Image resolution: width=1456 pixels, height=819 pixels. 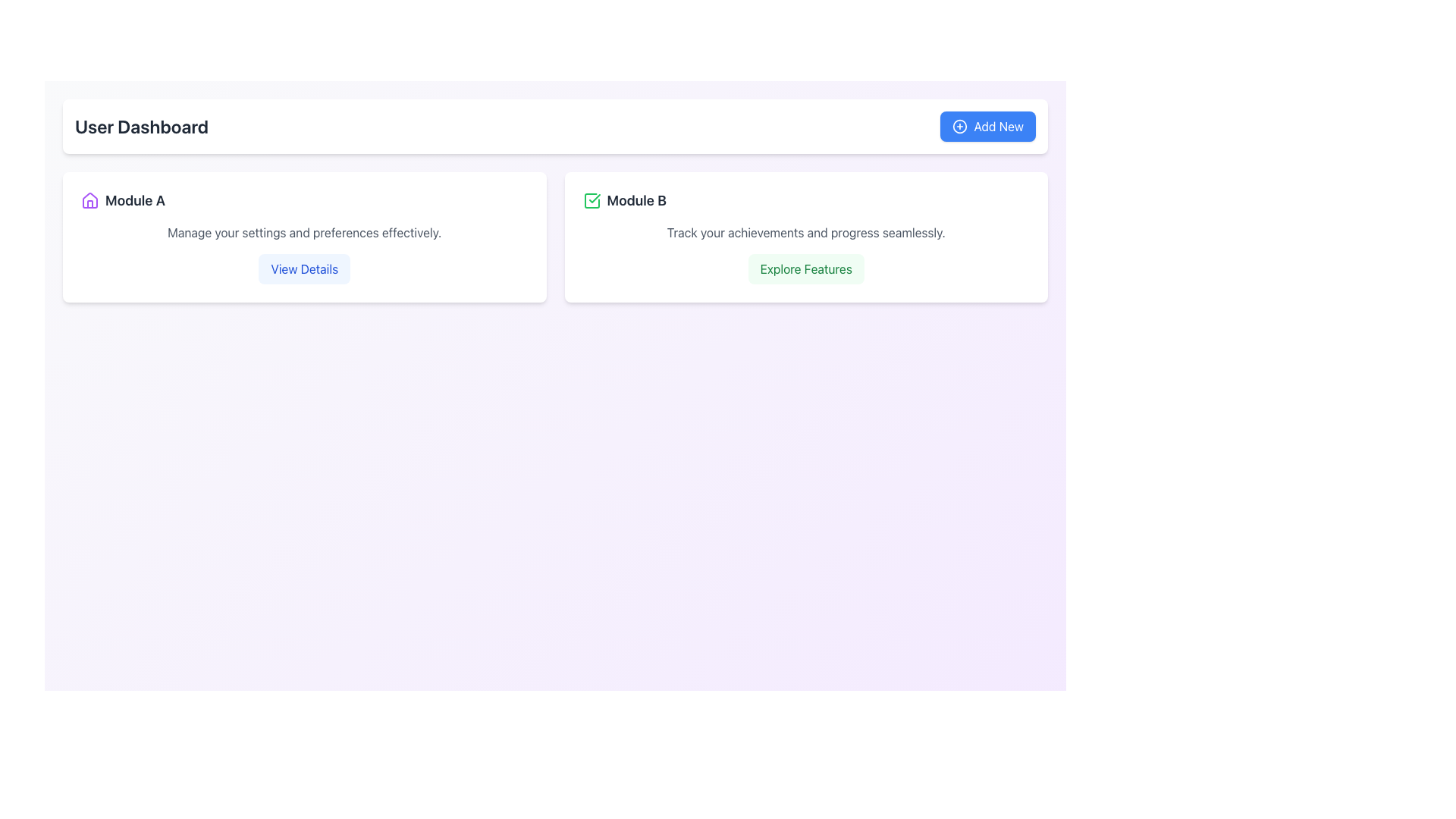 What do you see at coordinates (89, 199) in the screenshot?
I see `the house icon representing 'Module A' located in the header area of the card on the left side of the dashboard` at bounding box center [89, 199].